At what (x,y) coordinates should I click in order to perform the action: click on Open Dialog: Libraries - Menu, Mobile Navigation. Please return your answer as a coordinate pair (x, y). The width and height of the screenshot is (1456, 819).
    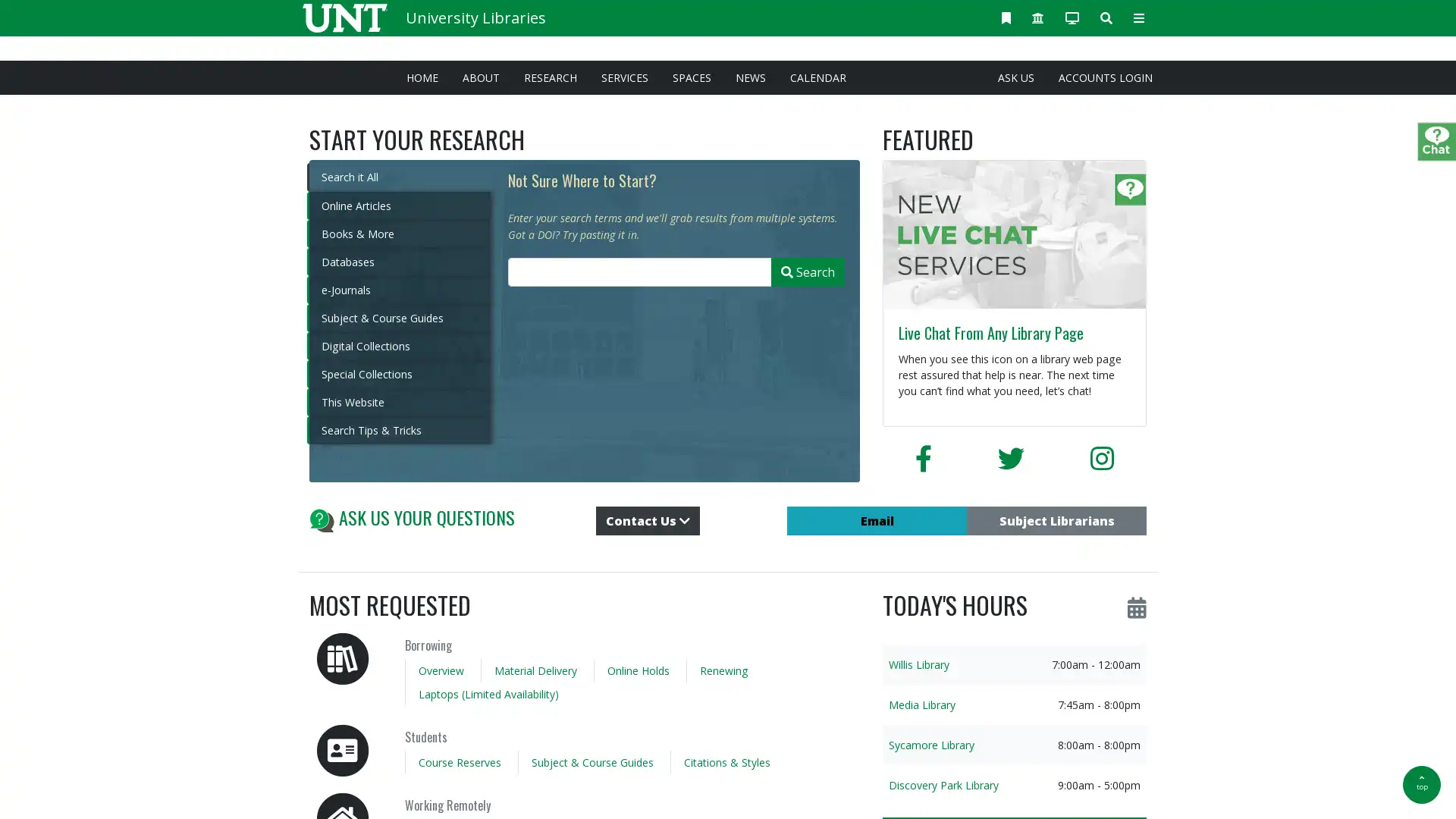
    Looking at the image, I should click on (1139, 17).